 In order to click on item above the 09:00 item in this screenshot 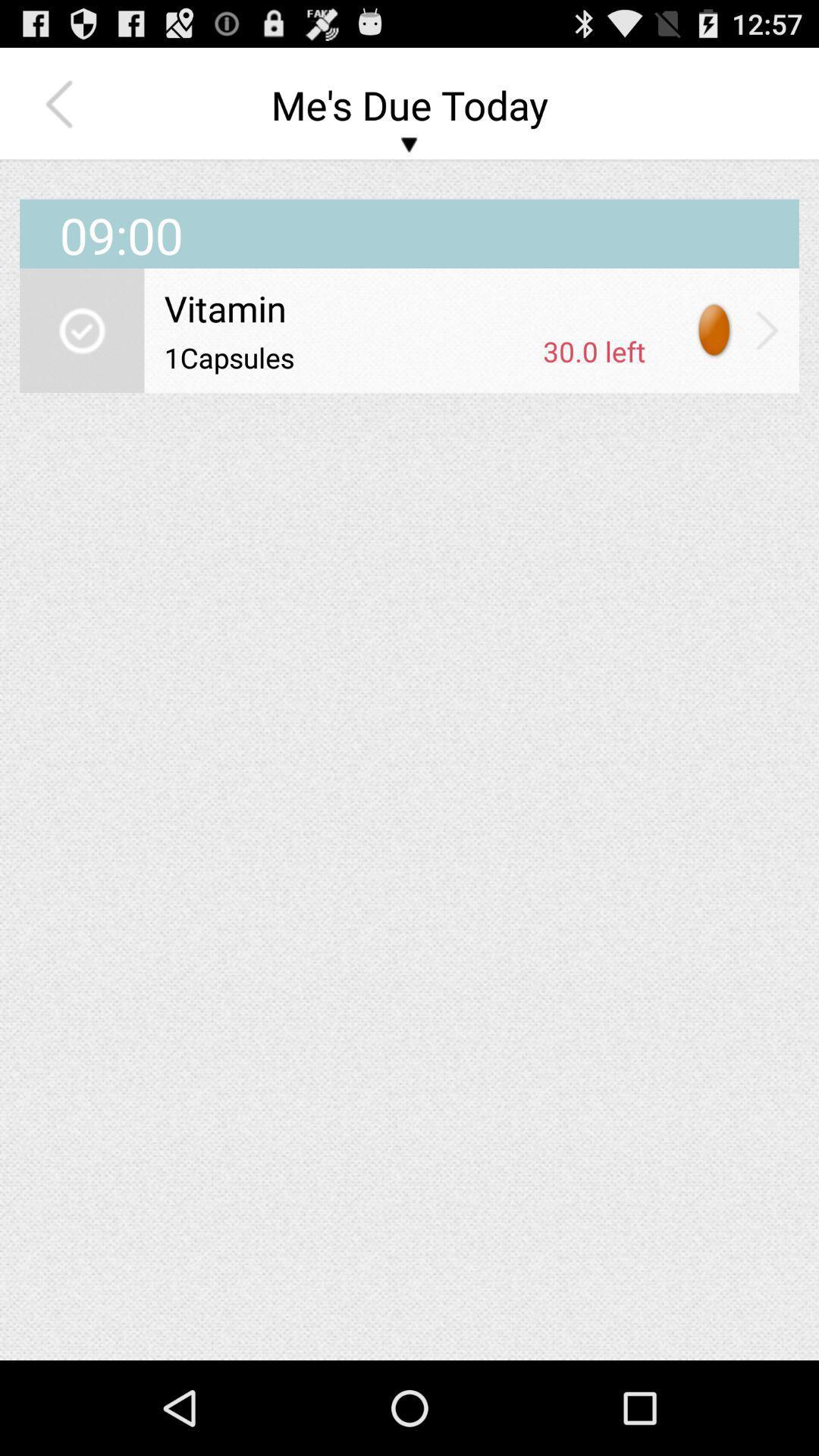, I will do `click(62, 104)`.